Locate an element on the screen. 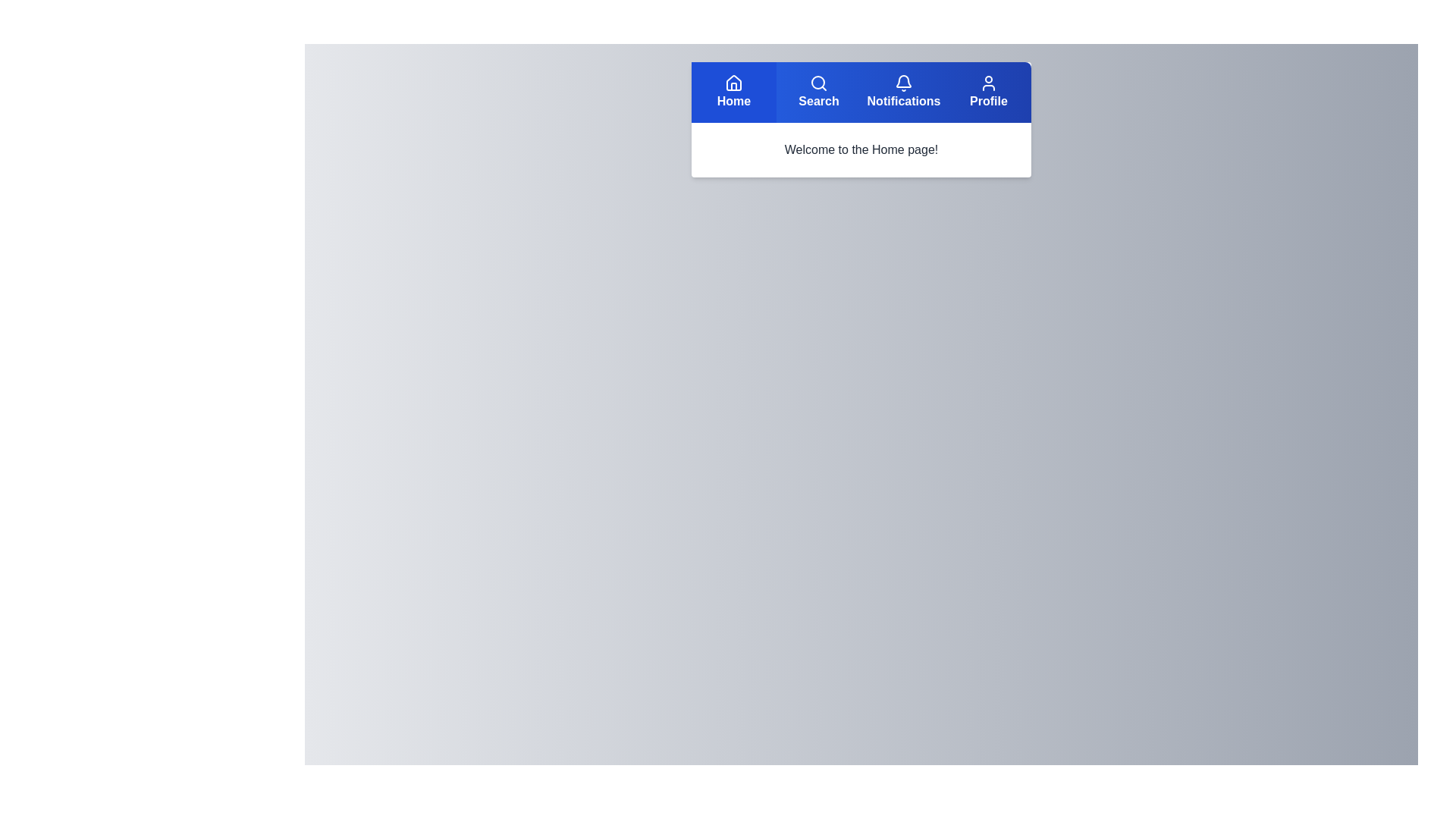  the Notifications tab by clicking its button is located at coordinates (903, 93).